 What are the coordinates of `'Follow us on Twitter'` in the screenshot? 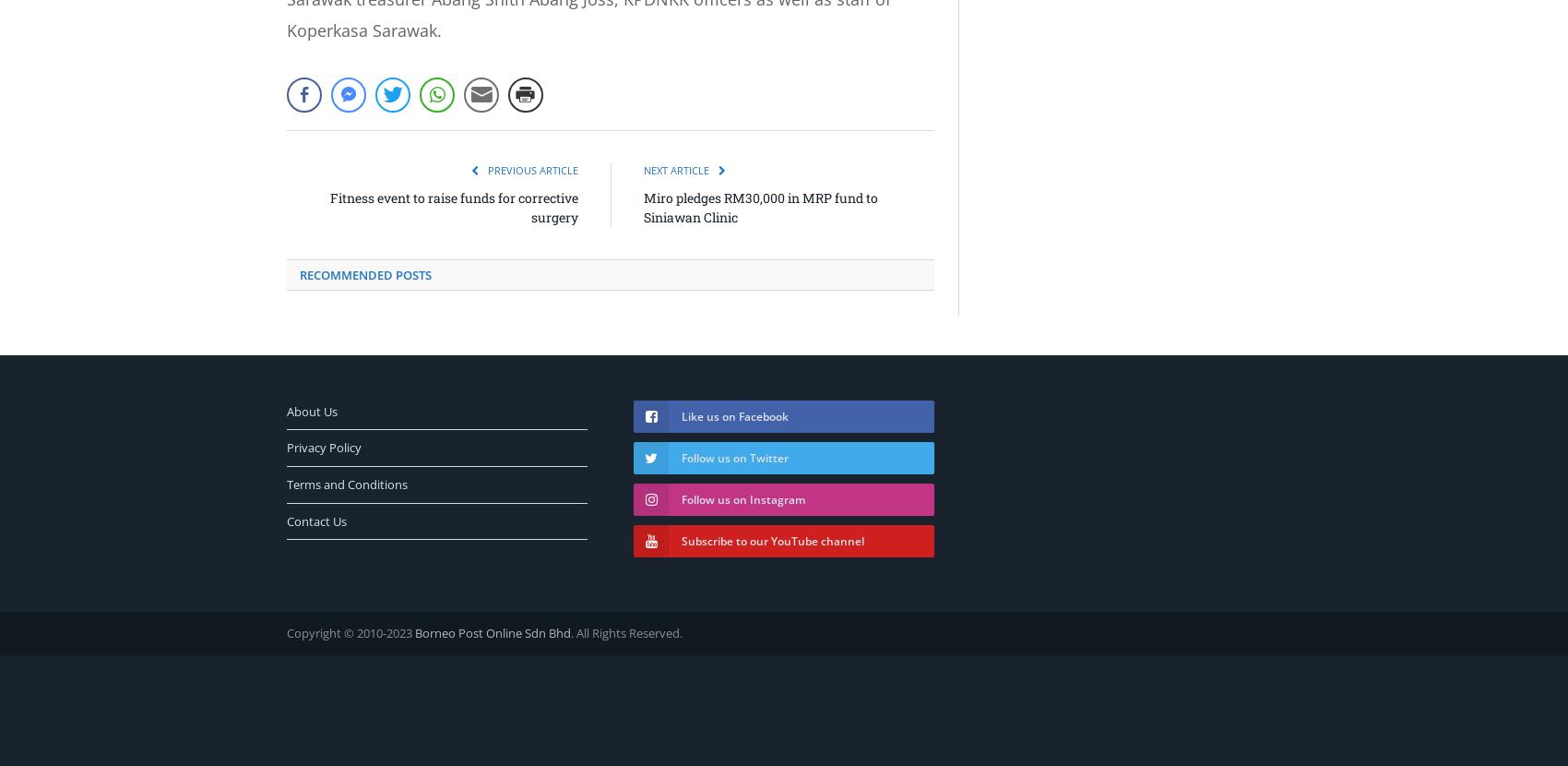 It's located at (733, 456).